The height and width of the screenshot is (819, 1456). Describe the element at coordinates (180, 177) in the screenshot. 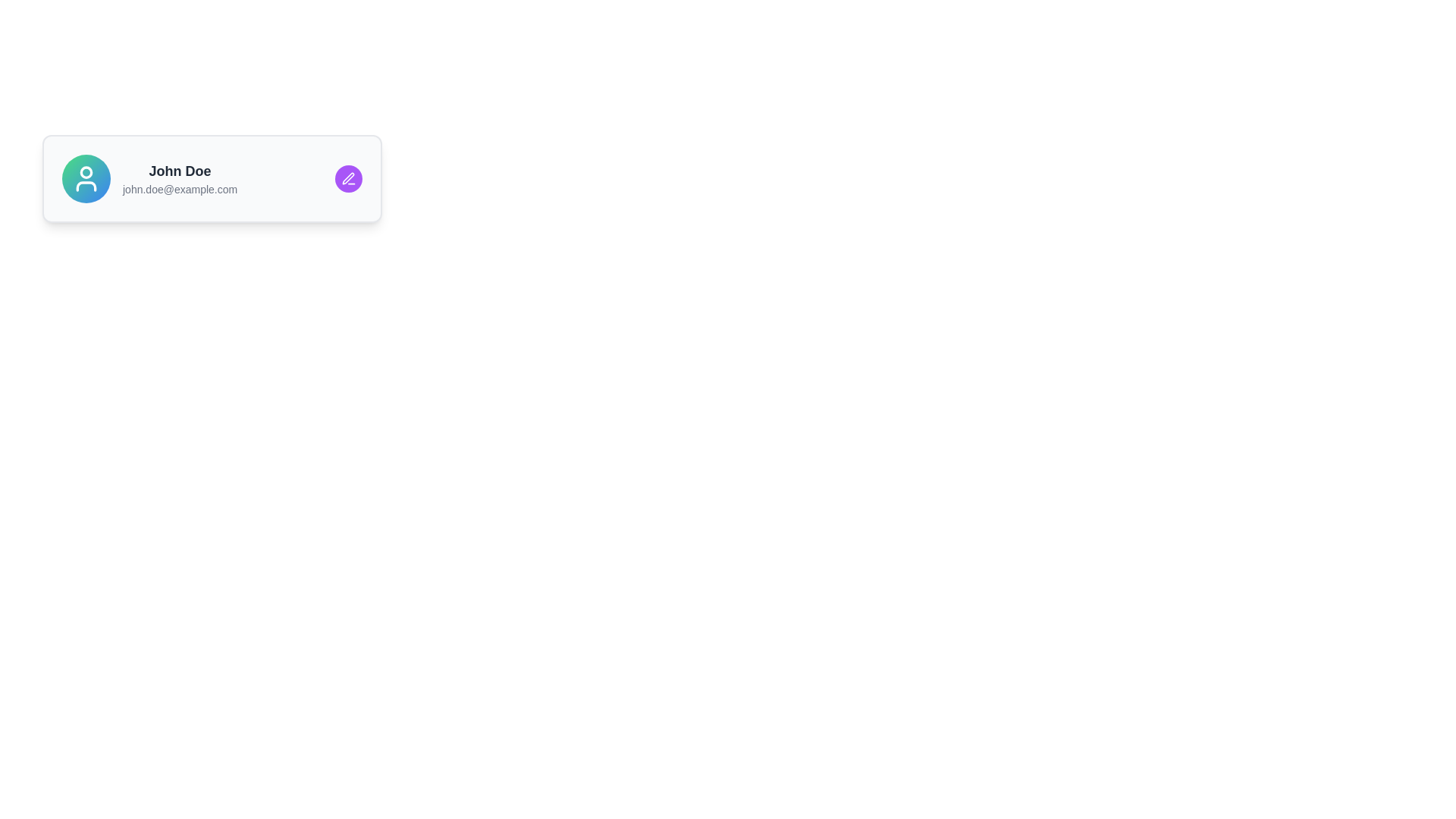

I see `the text block displaying the name and email address of a person, located to the right of a circular icon and to the left of a purple circular button with a pen icon` at that location.